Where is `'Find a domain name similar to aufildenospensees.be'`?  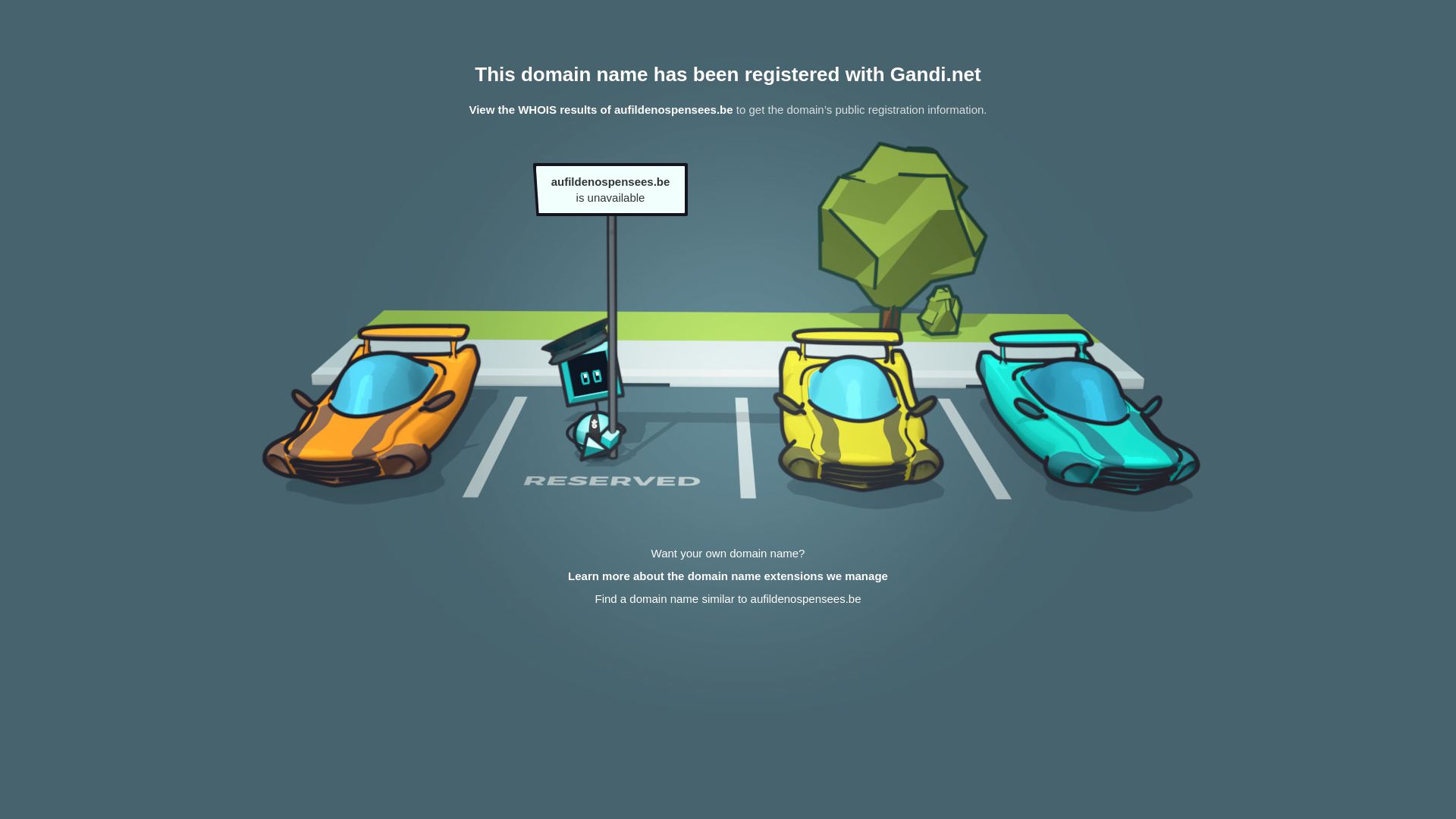 'Find a domain name similar to aufildenospensees.be' is located at coordinates (726, 598).